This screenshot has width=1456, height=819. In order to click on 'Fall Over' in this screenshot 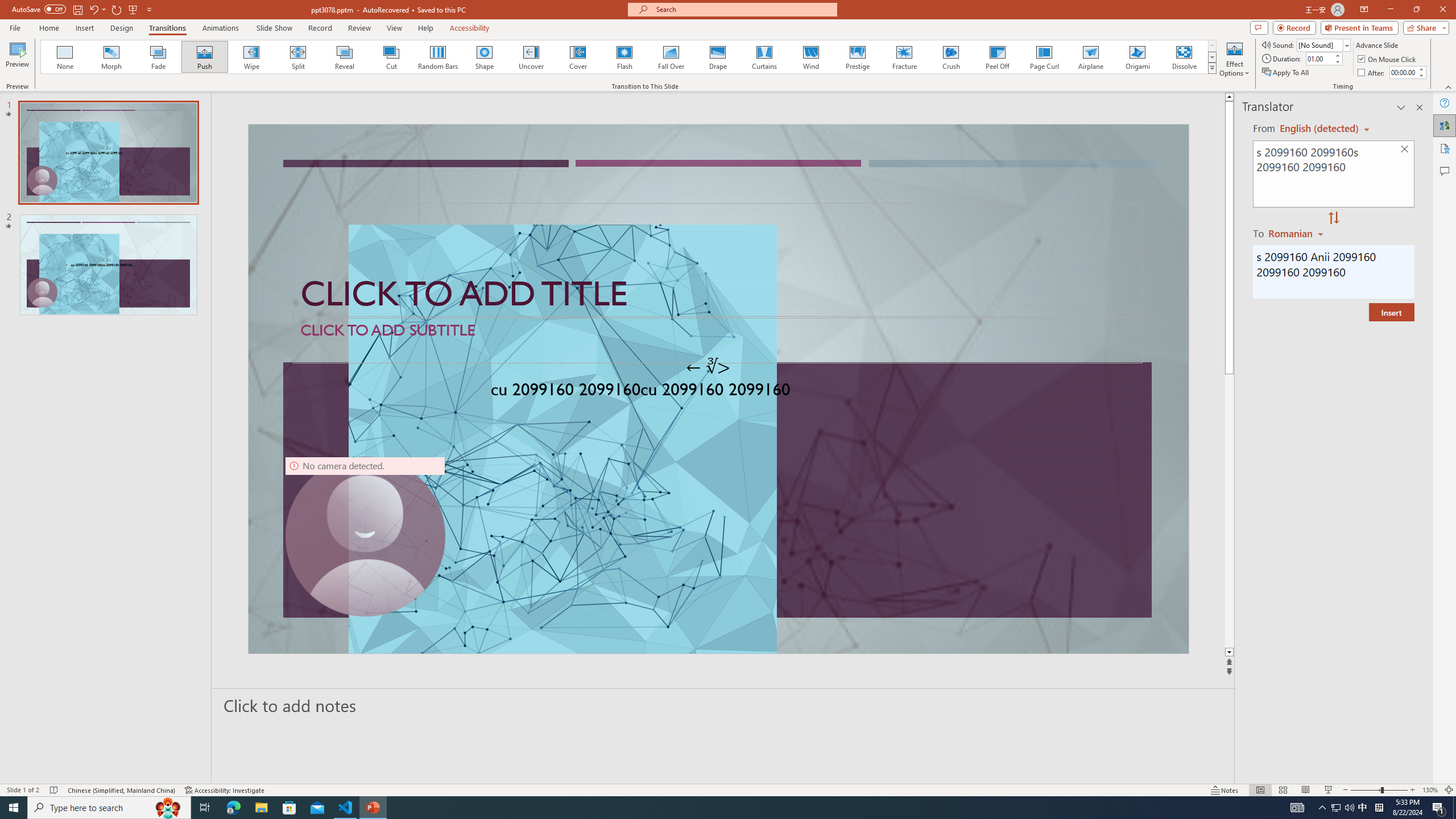, I will do `click(671, 56)`.